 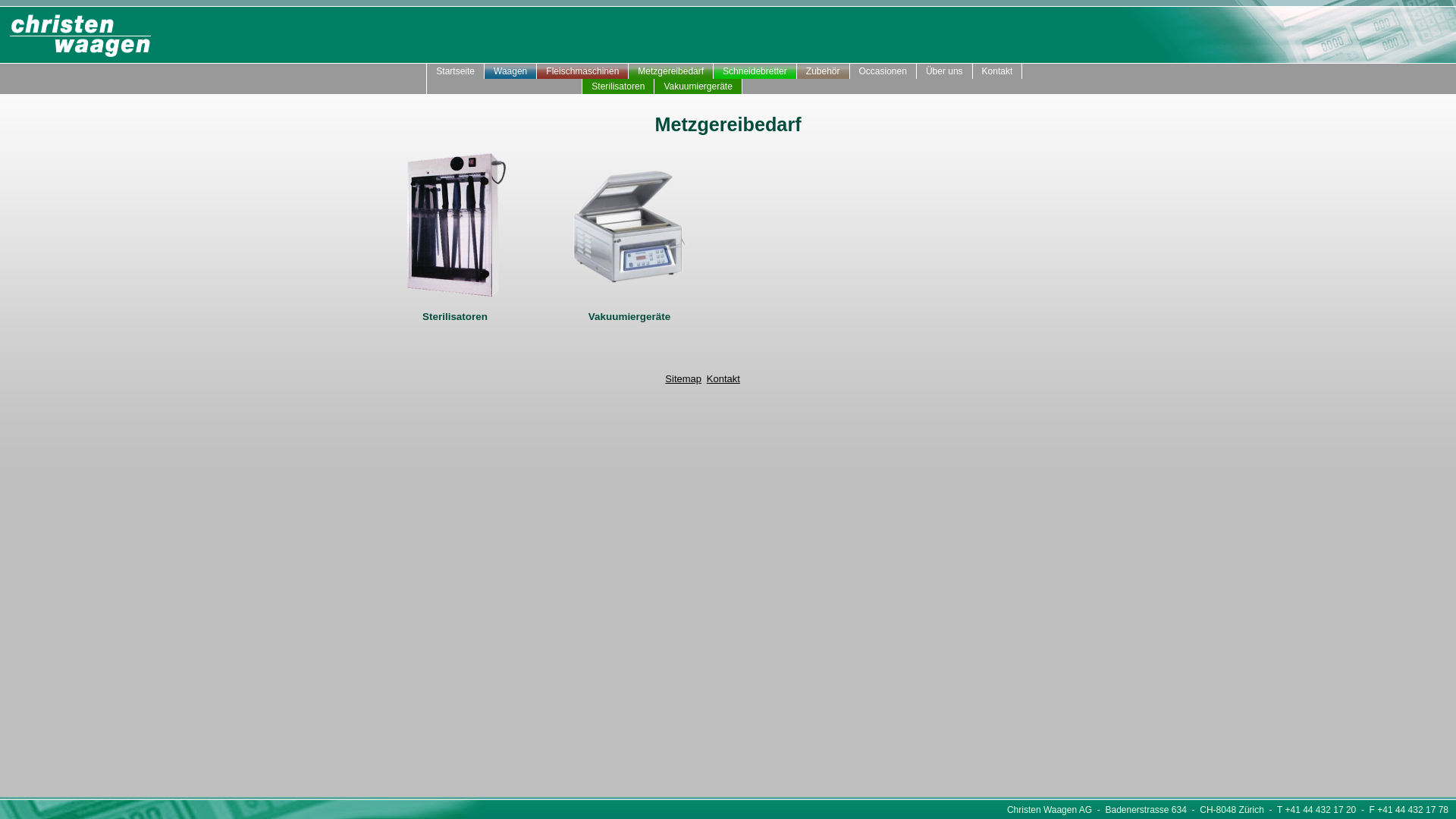 What do you see at coordinates (1356, 809) in the screenshot?
I see `'  -  T +41 44 432 17 20  -  F +41 44 432 17 78'` at bounding box center [1356, 809].